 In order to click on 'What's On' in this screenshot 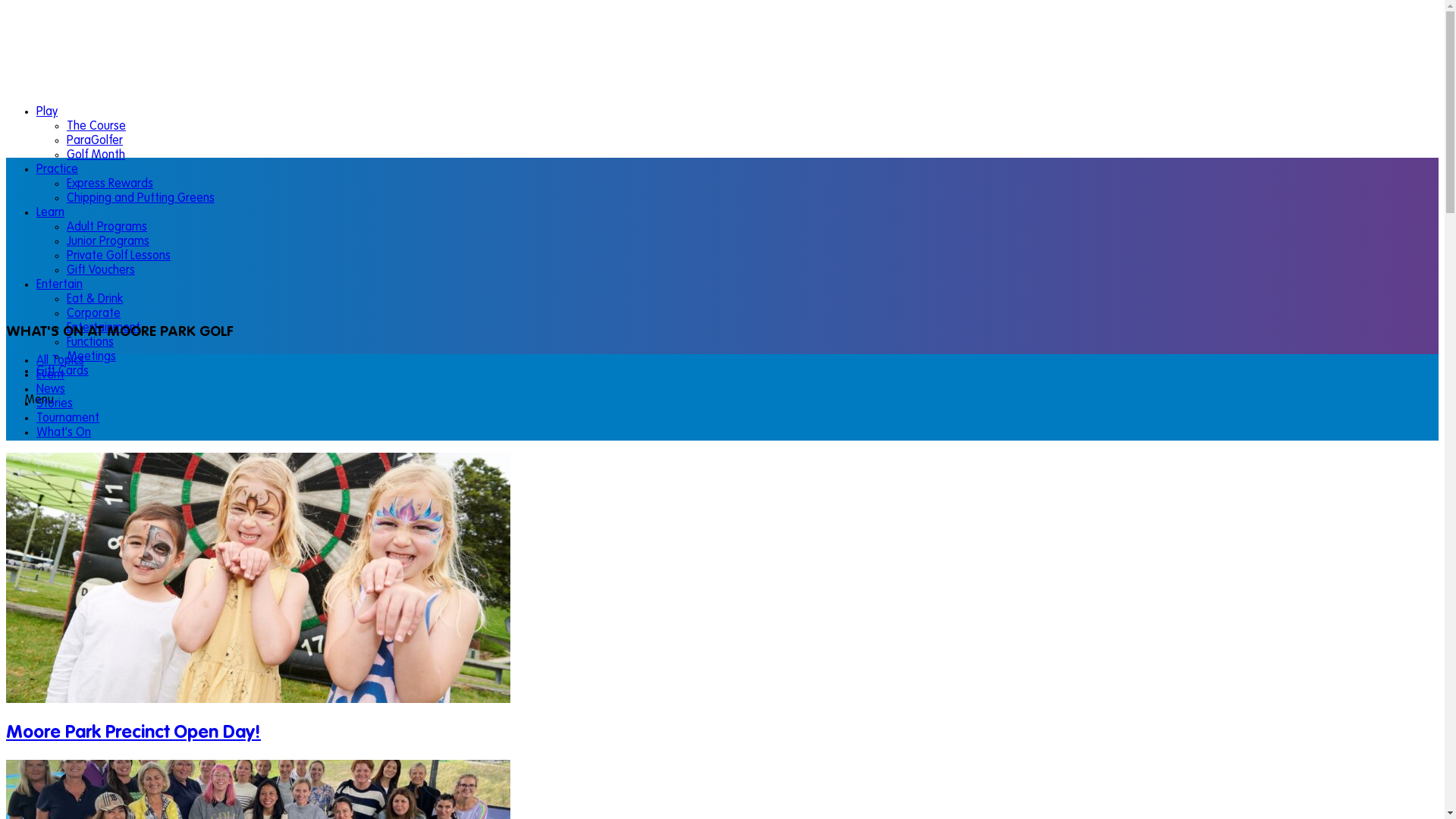, I will do `click(36, 432)`.